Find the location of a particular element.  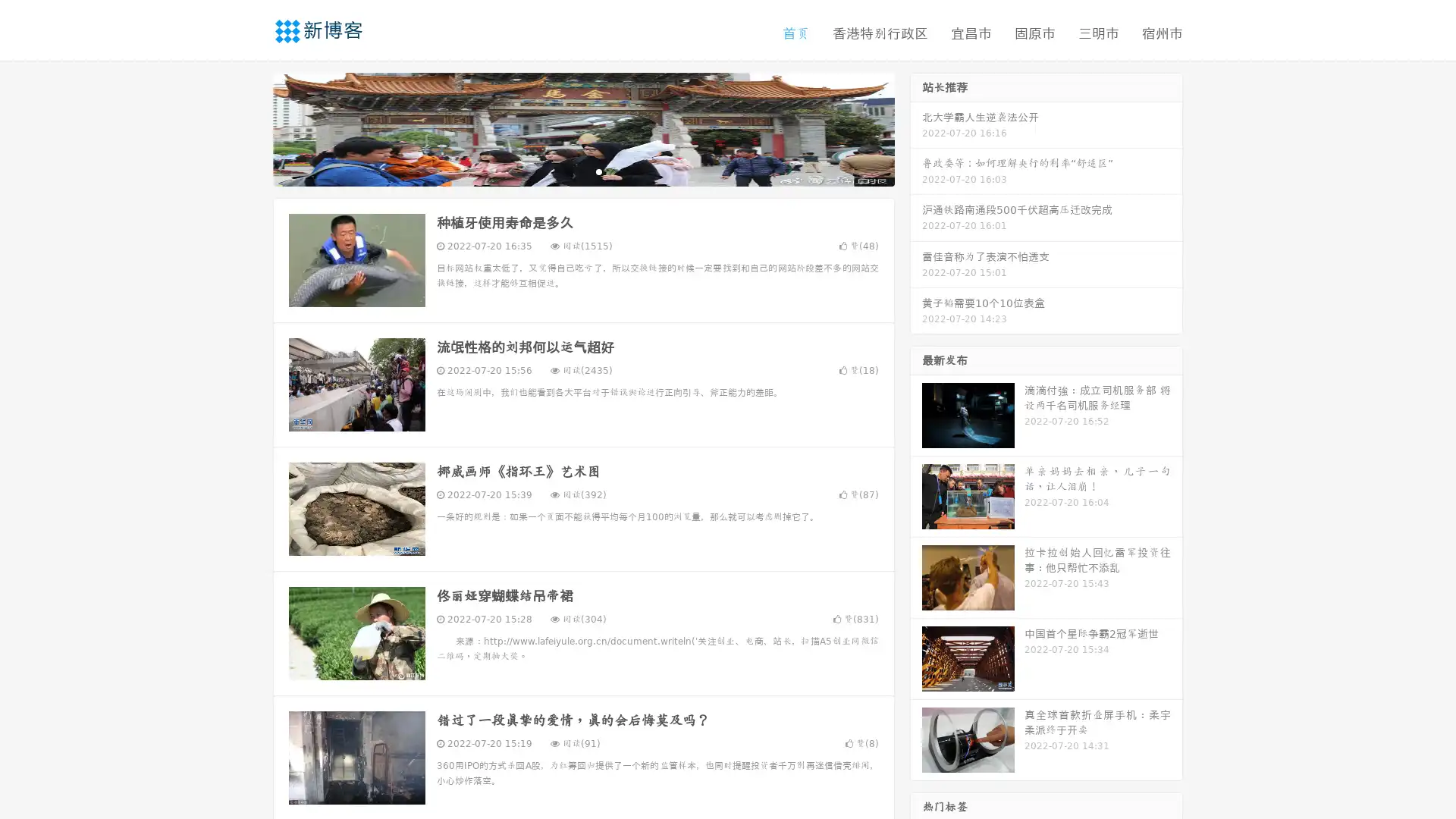

Go to slide 1 is located at coordinates (567, 171).